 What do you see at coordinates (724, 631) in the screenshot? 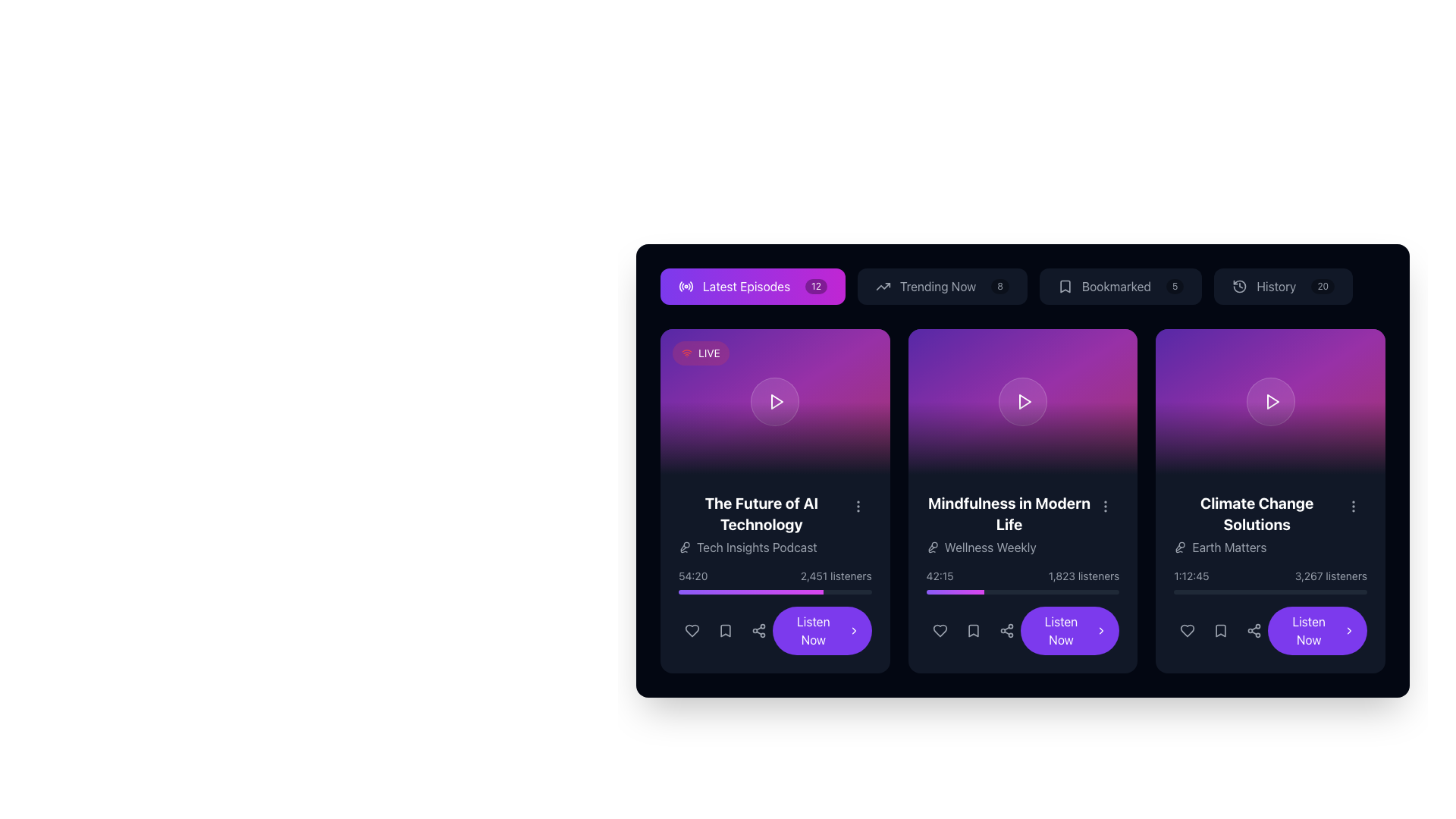
I see `the bookmark button located as the second icon in the horizontal group under the card labeled 'The Future of AI Technology'` at bounding box center [724, 631].